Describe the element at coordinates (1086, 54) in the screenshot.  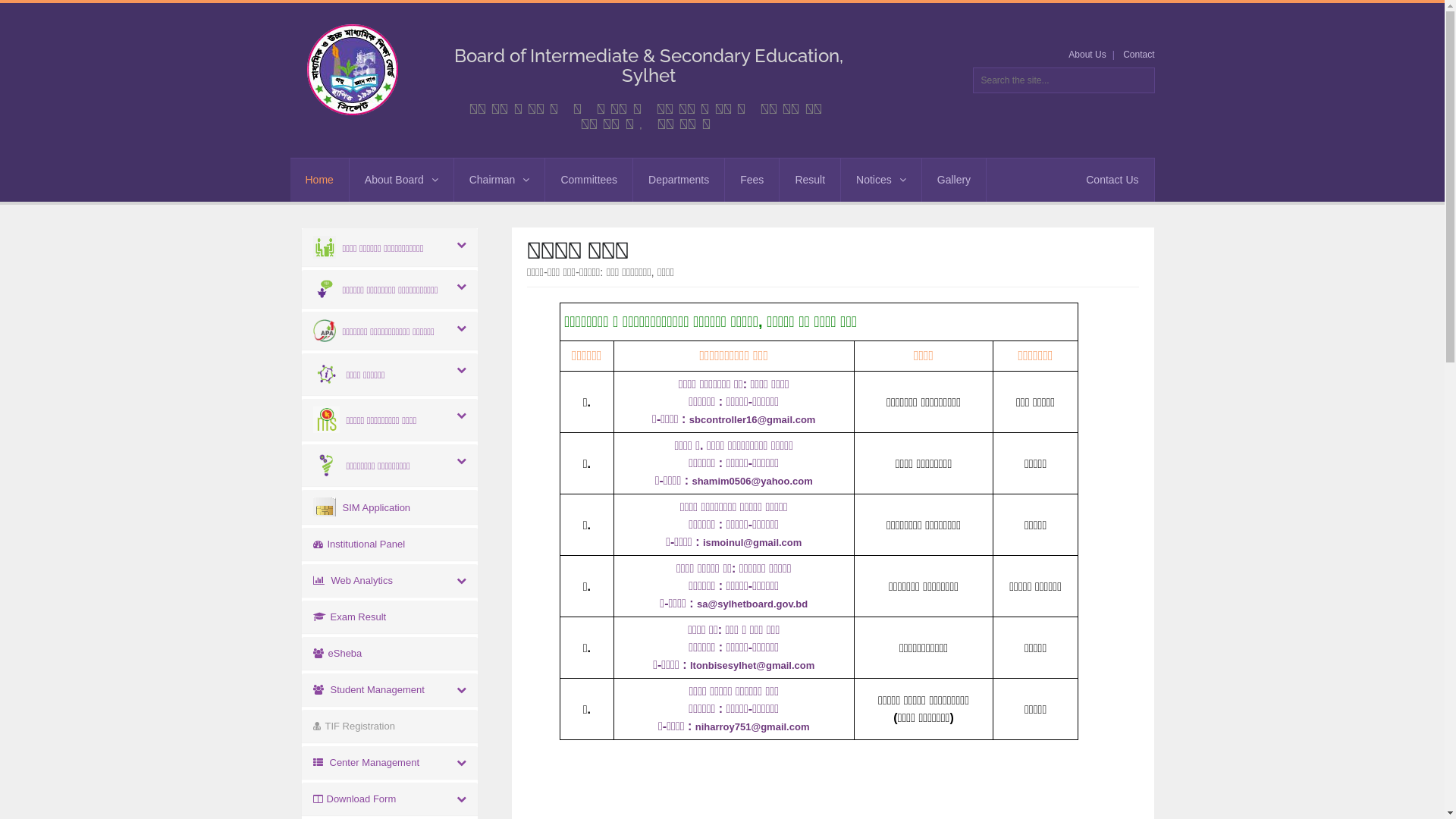
I see `'About Us'` at that location.